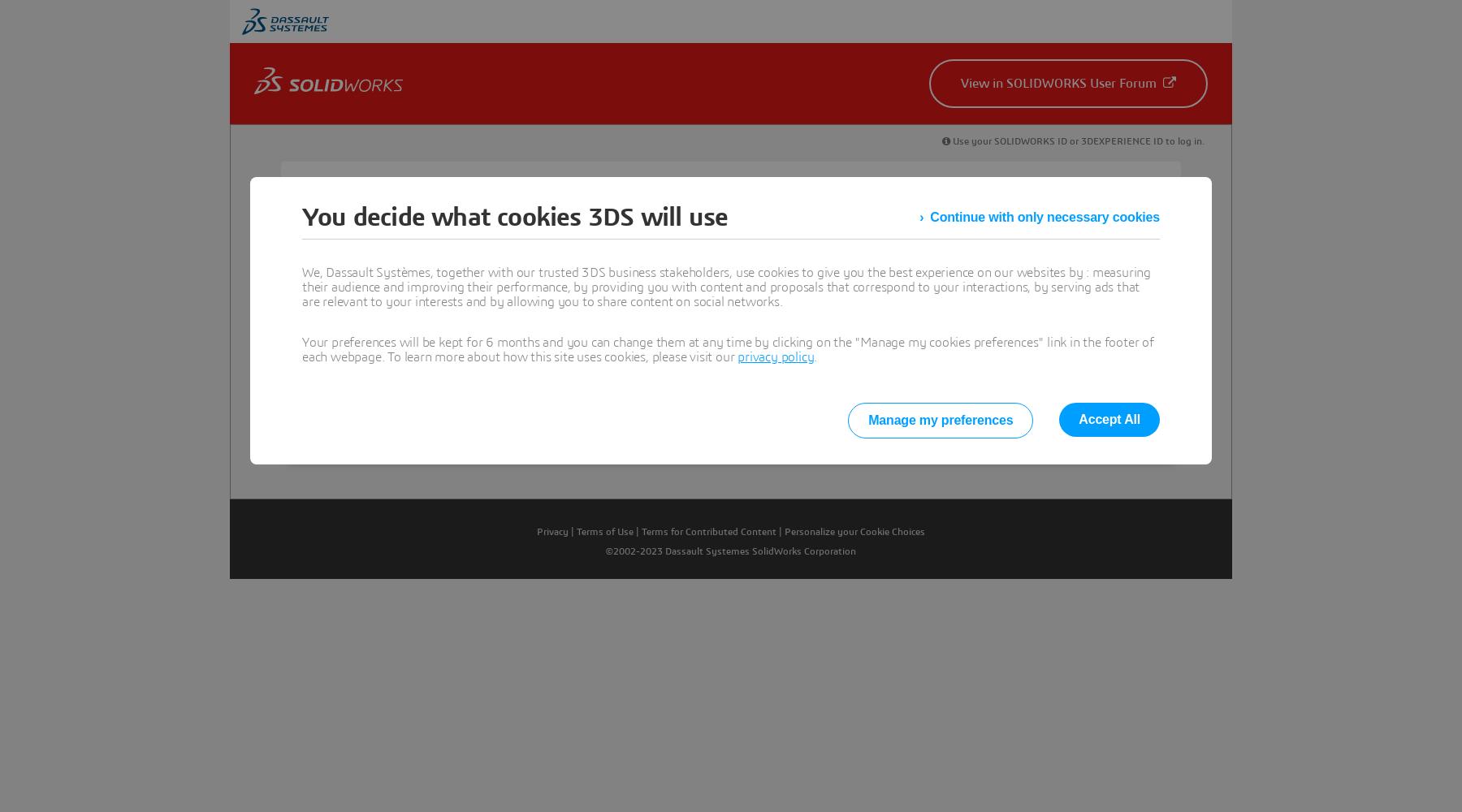  Describe the element at coordinates (1058, 82) in the screenshot. I see `'View in SOLIDWORKS User Forum'` at that location.